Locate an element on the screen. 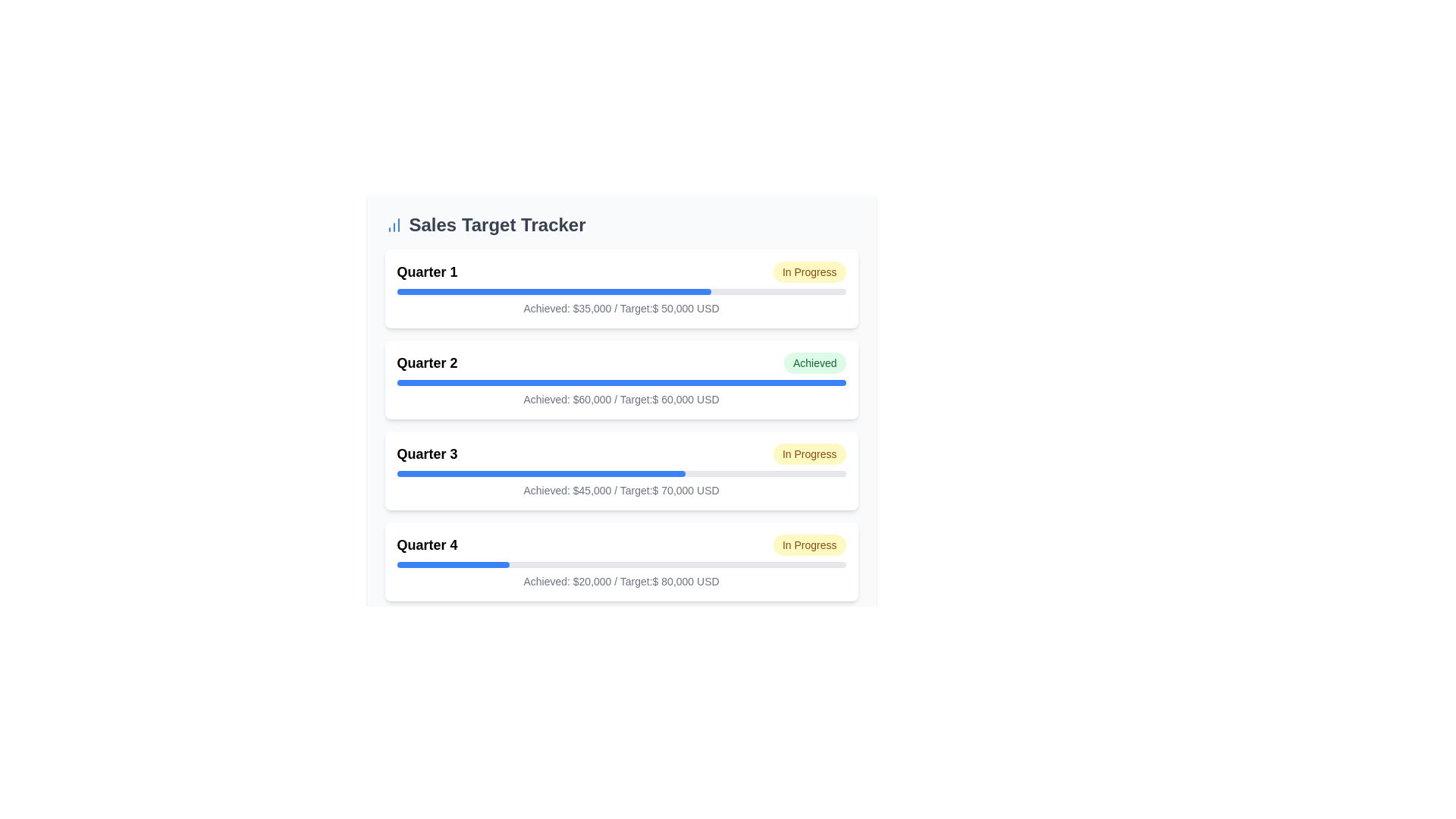  text 'Quarter 3' from the prominent header displayed in bold within the 'Sales Target Tracker' section is located at coordinates (426, 453).